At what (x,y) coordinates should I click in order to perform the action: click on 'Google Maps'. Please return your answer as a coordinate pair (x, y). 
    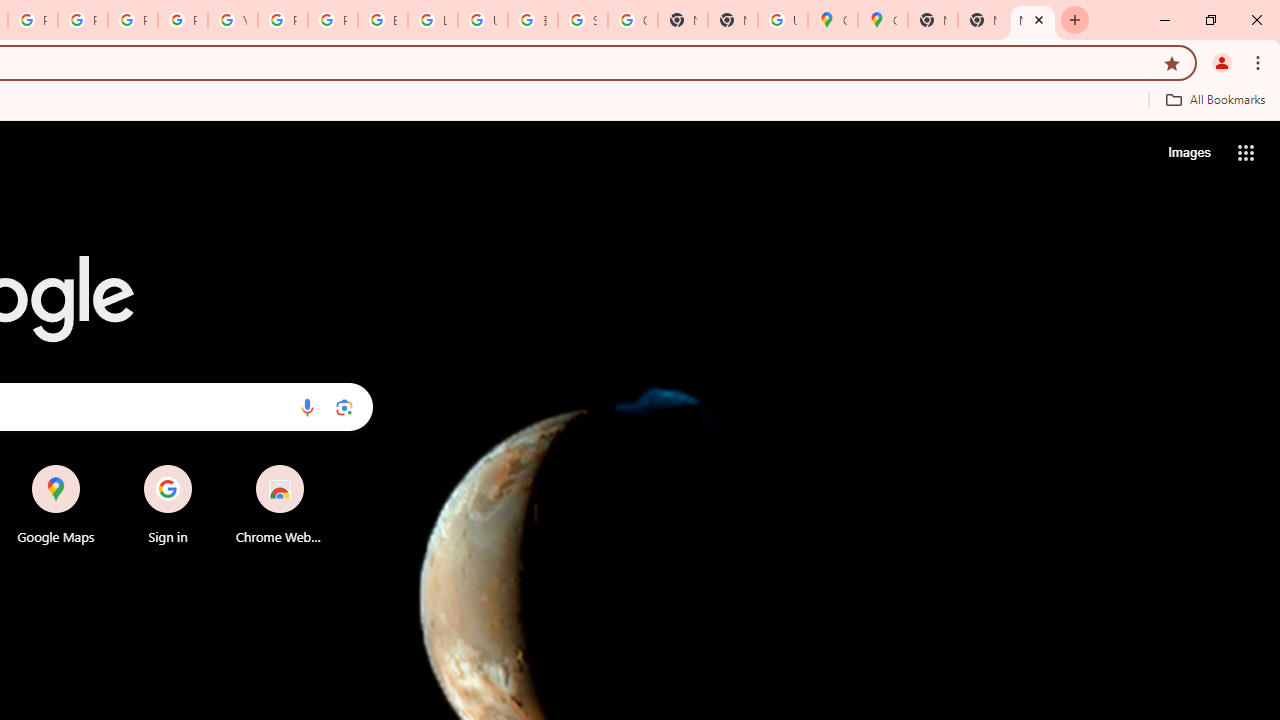
    Looking at the image, I should click on (56, 504).